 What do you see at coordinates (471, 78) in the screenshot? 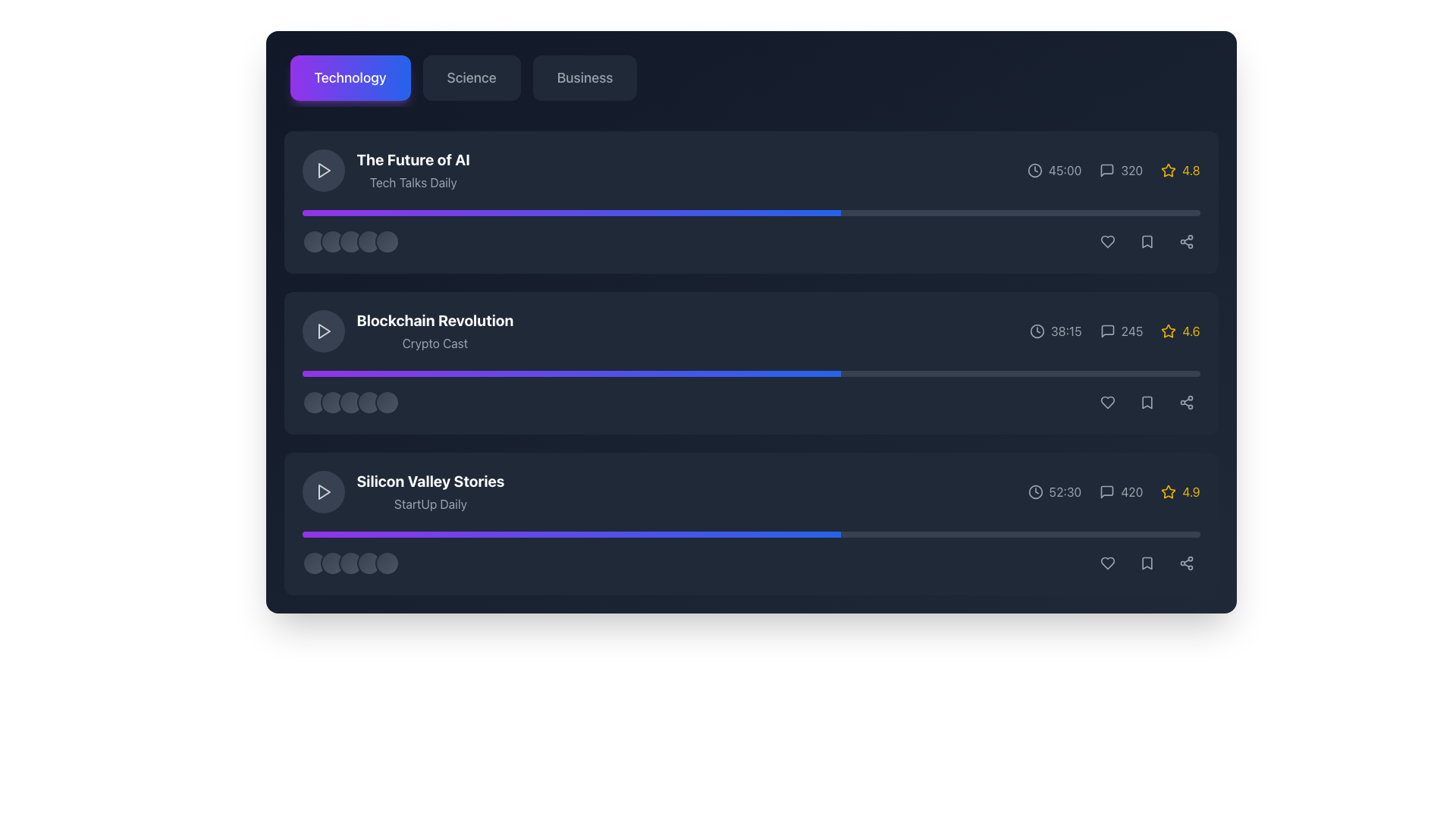
I see `the 'Science' navigation item, which filters or displays related content, located centrally among the navigation items at the top of the interface` at bounding box center [471, 78].